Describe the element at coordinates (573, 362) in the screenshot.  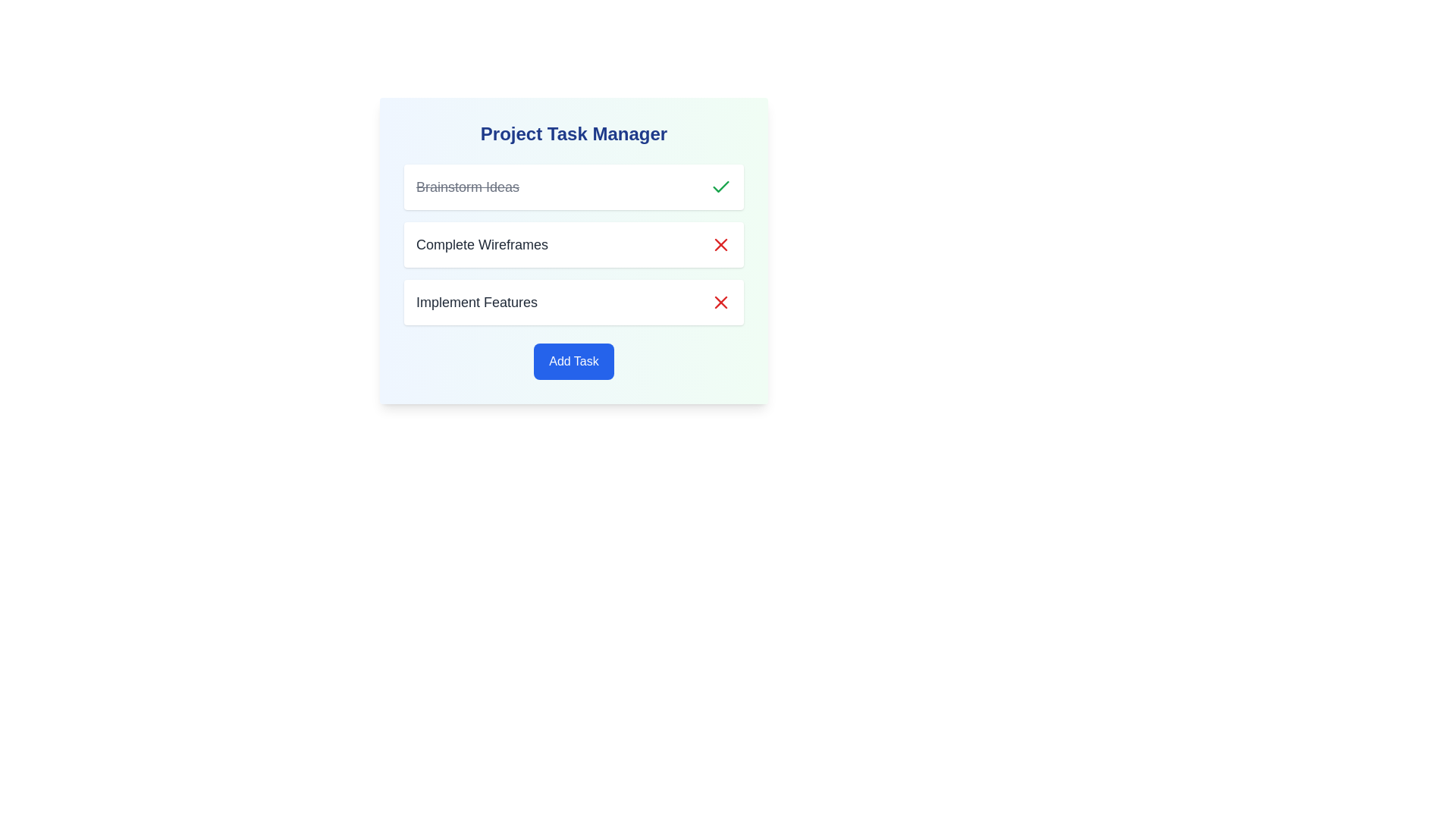
I see `the 'Add Task' button located at the bottom center of the 'Project Task Manager' card interface to interact` at that location.